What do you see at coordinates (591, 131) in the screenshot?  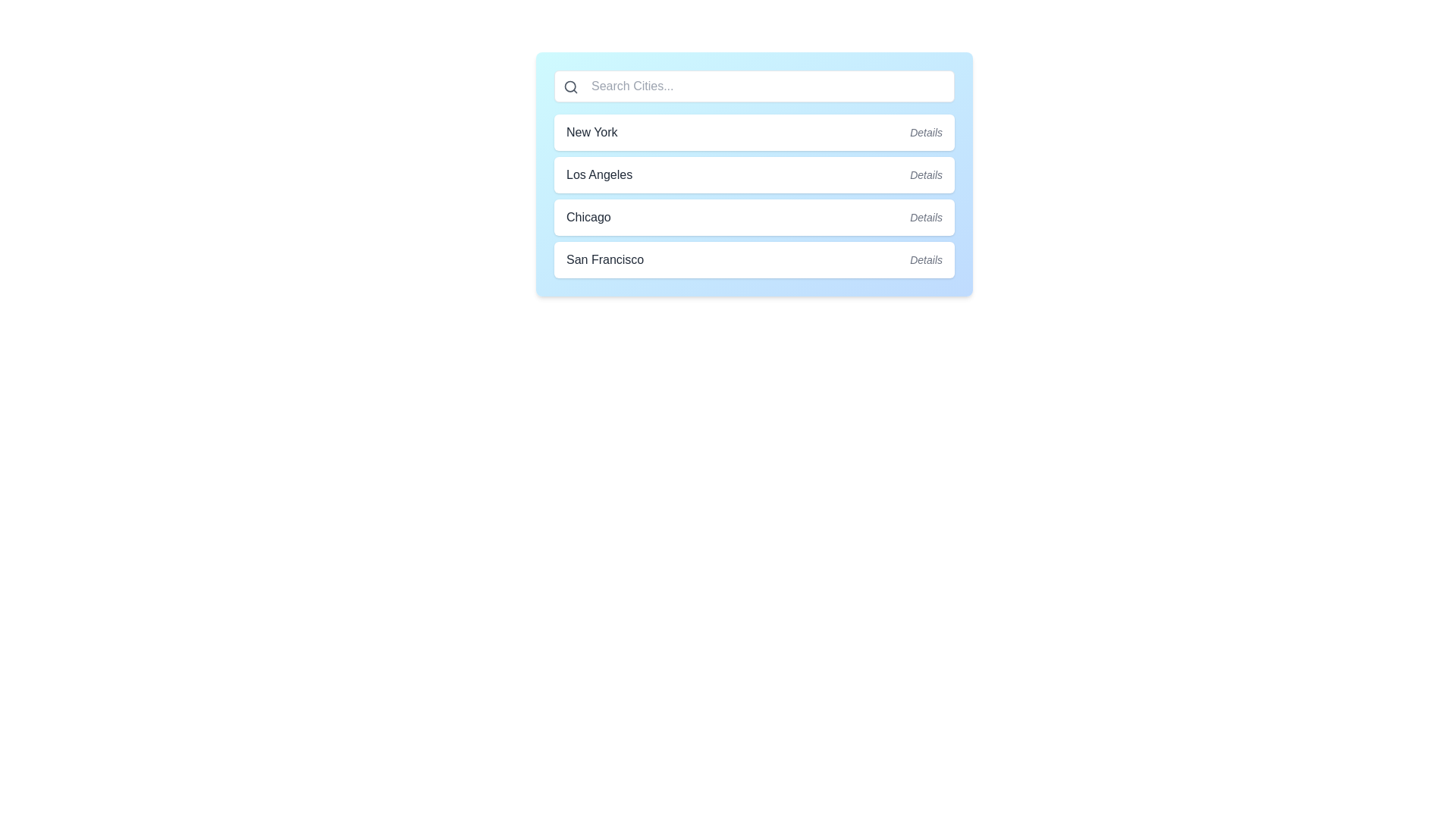 I see `the text label for the first city entry located at the left-hand side of the first row in the list` at bounding box center [591, 131].